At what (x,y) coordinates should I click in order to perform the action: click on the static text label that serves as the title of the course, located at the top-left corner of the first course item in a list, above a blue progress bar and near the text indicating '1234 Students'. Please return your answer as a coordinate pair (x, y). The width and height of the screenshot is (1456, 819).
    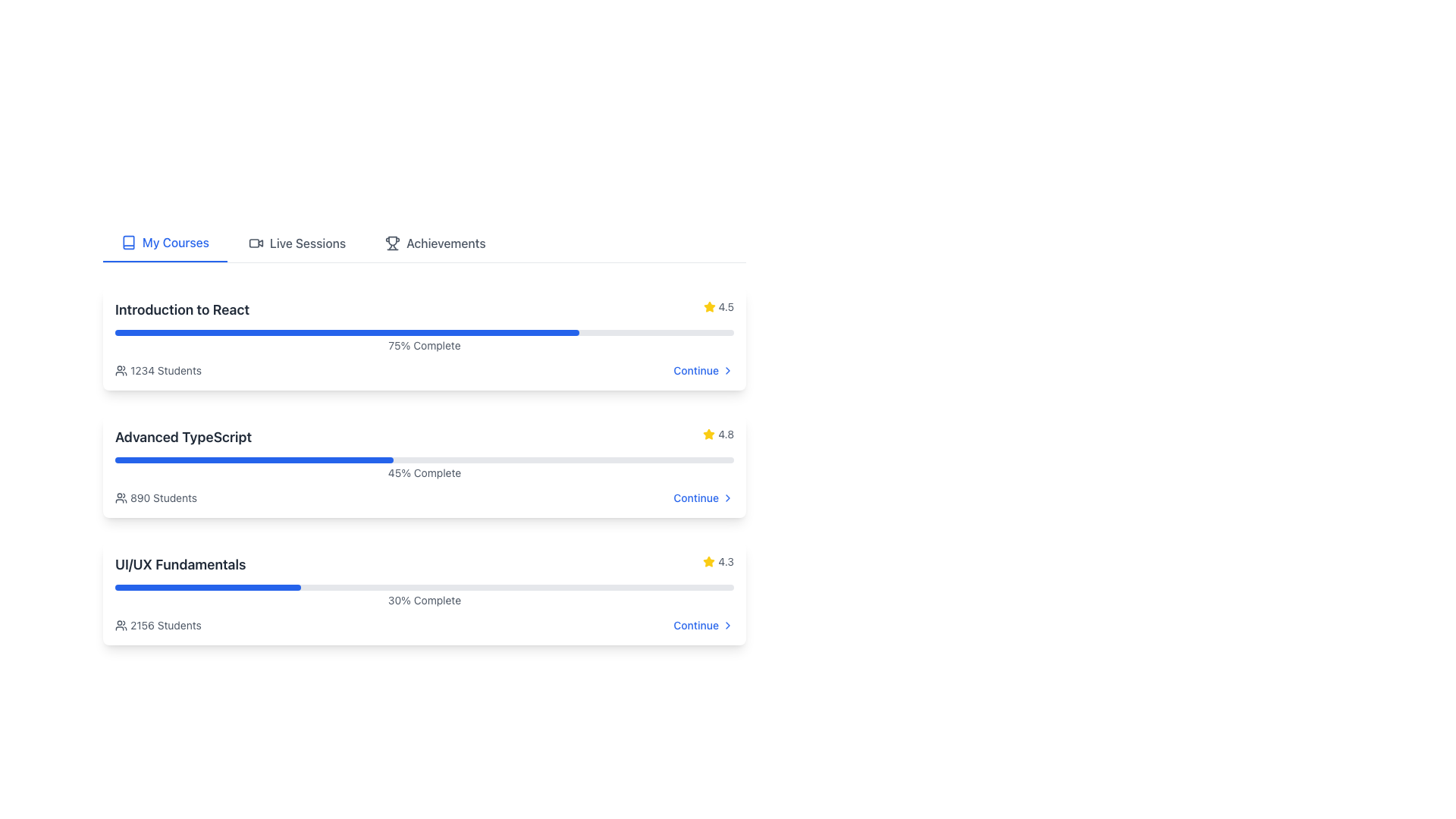
    Looking at the image, I should click on (182, 309).